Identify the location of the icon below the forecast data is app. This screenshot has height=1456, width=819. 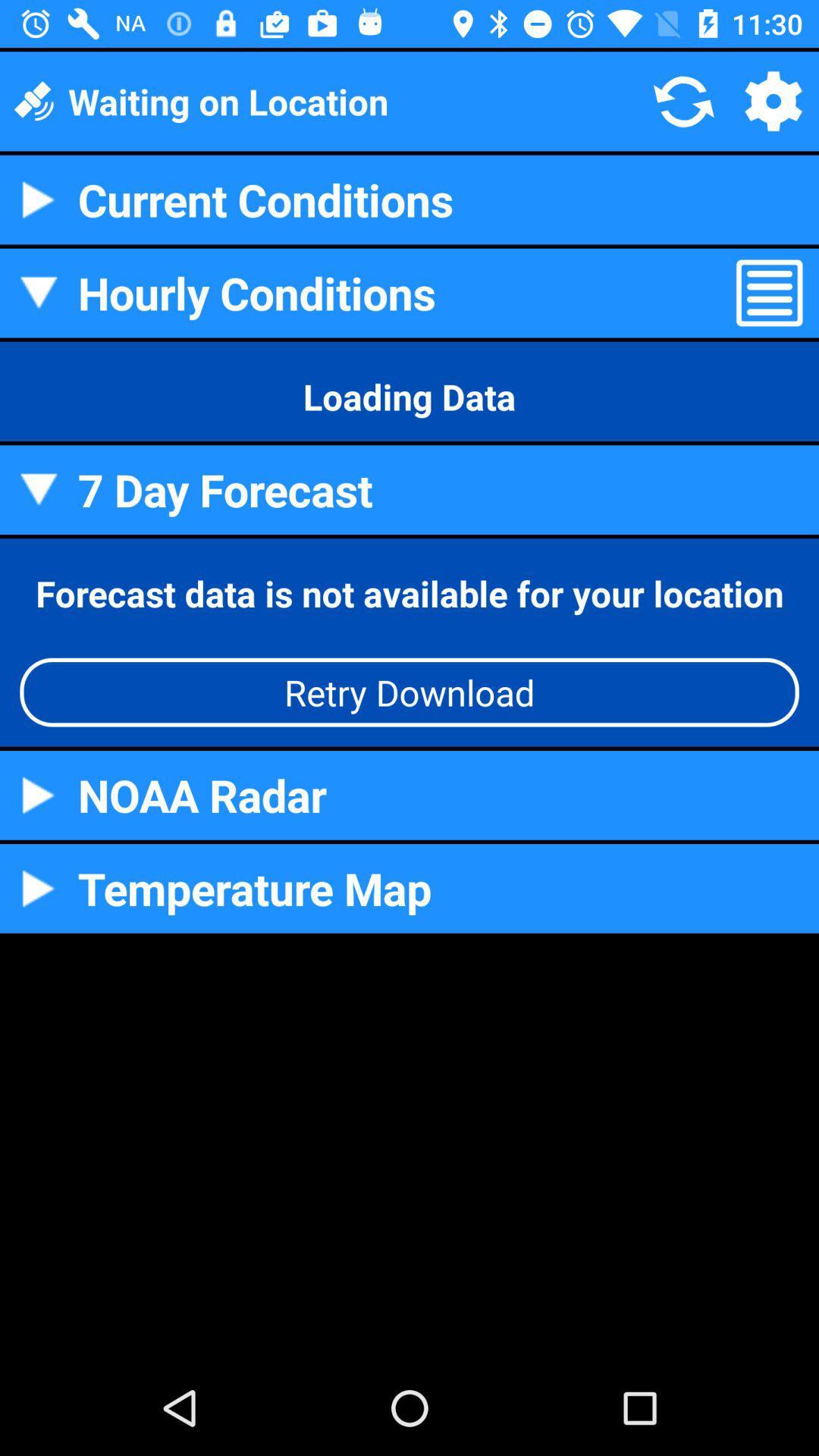
(409, 692).